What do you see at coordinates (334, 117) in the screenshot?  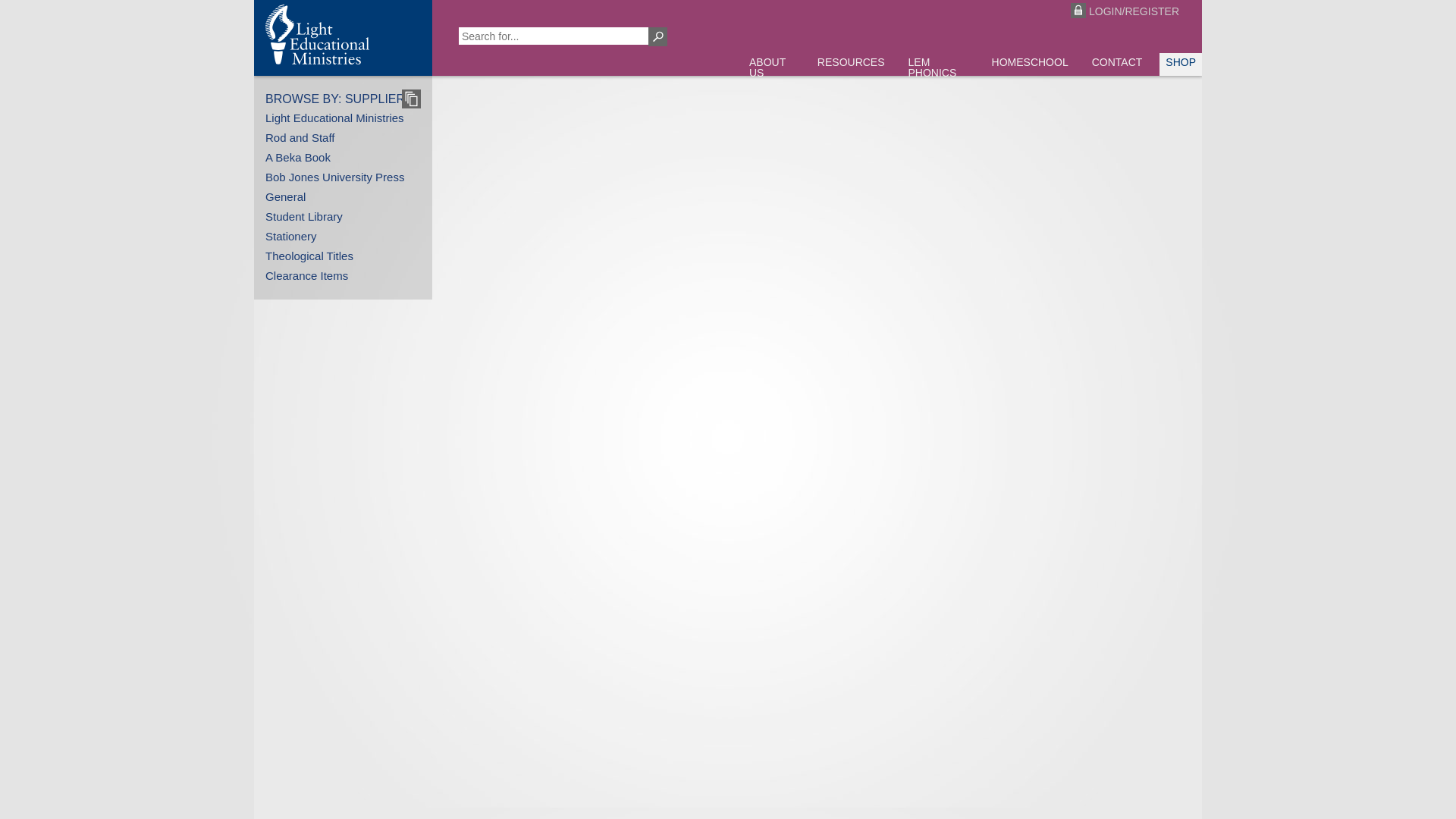 I see `'Light Educational Ministries'` at bounding box center [334, 117].